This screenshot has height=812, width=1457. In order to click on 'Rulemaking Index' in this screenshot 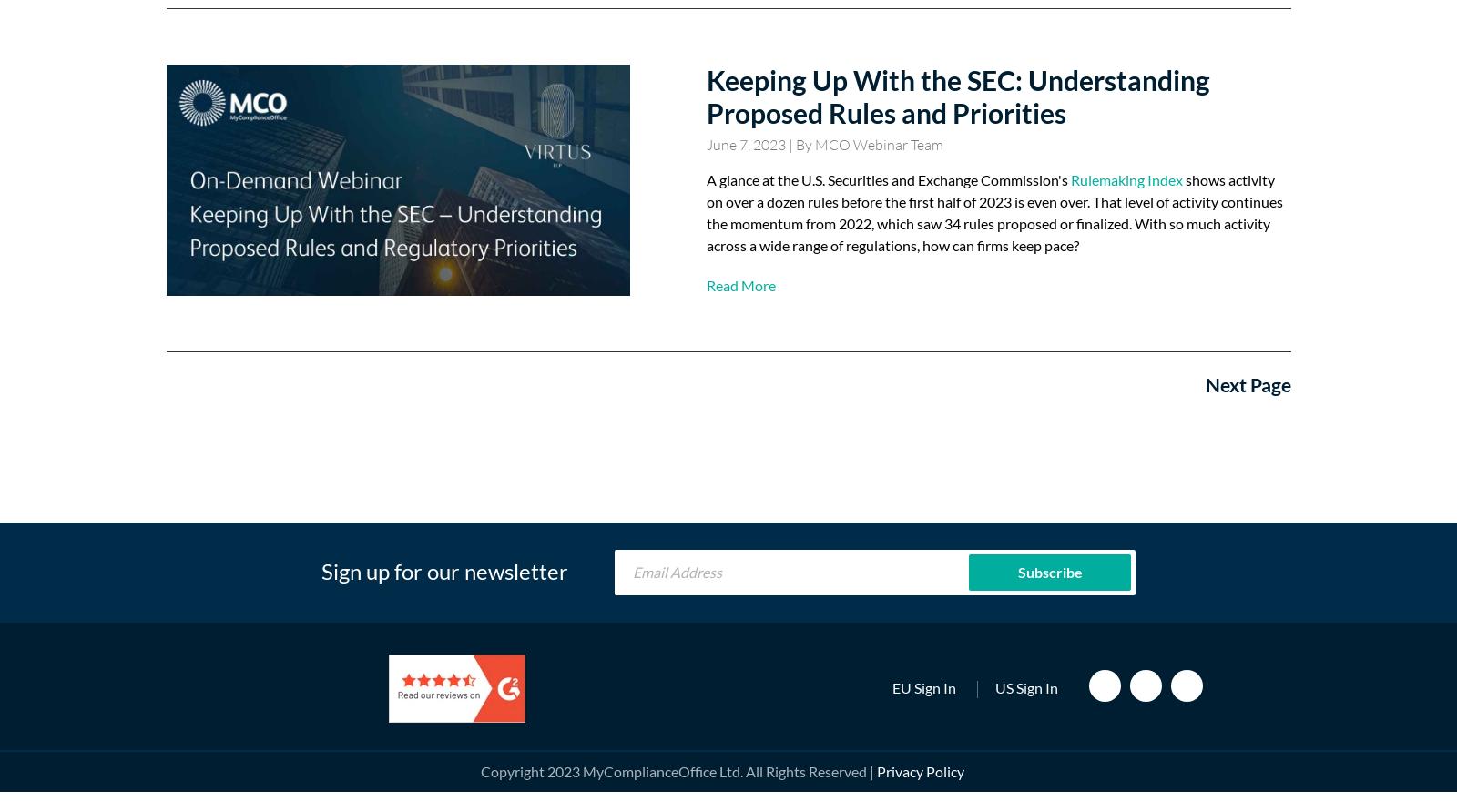, I will do `click(1125, 178)`.